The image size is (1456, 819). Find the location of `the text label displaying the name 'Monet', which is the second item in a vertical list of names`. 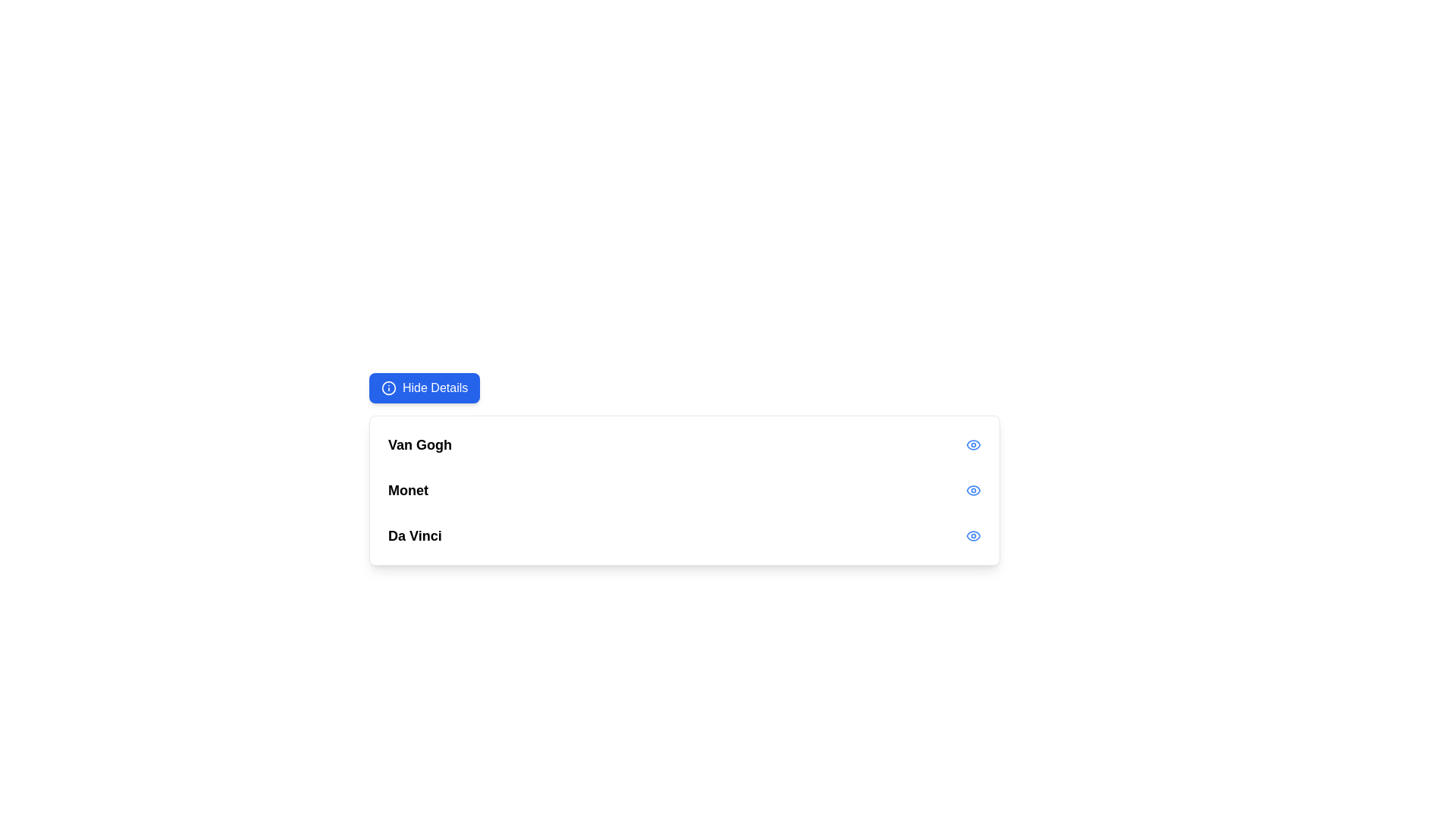

the text label displaying the name 'Monet', which is the second item in a vertical list of names is located at coordinates (408, 491).